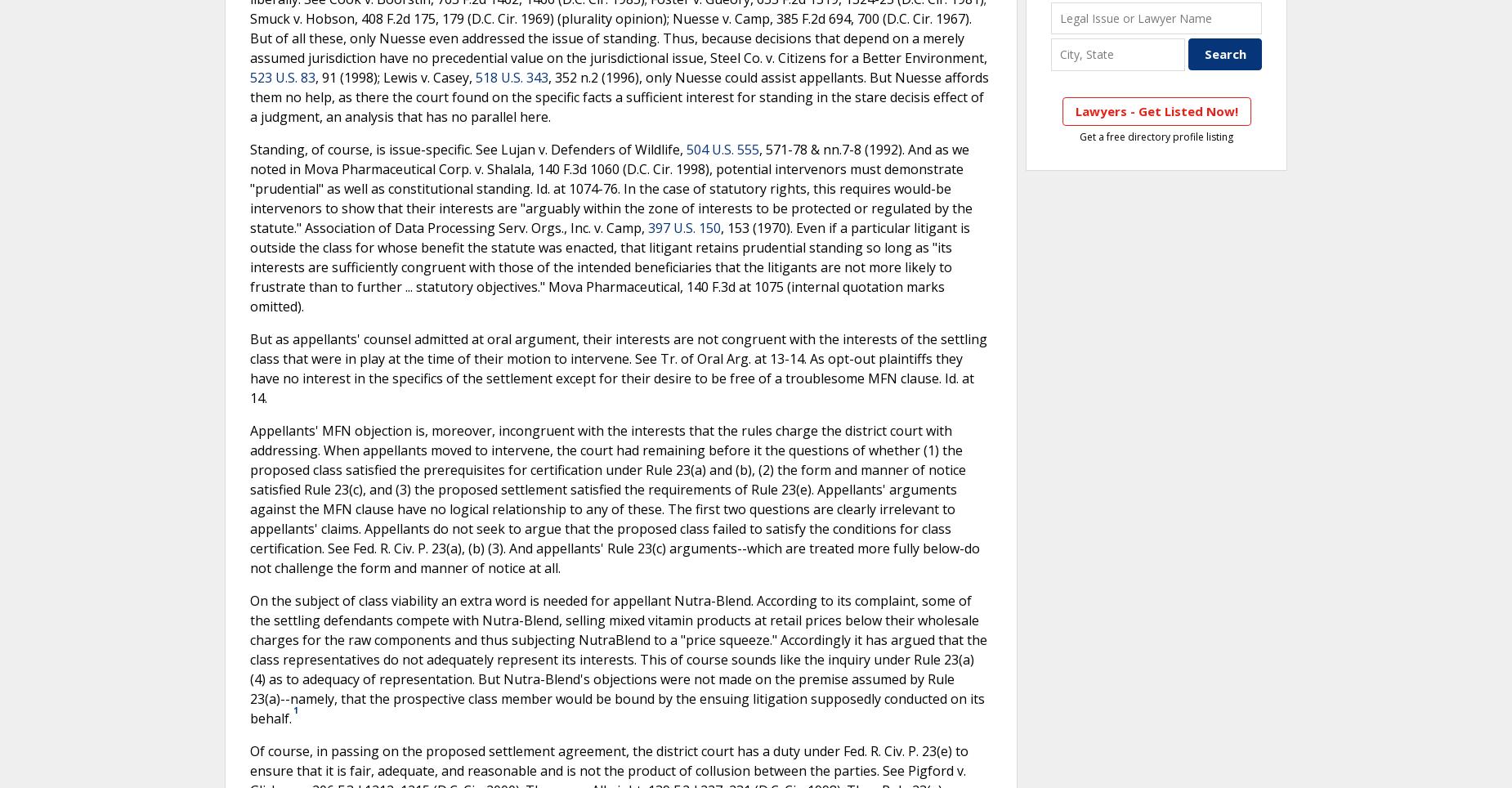 Image resolution: width=1512 pixels, height=788 pixels. Describe the element at coordinates (512, 75) in the screenshot. I see `'518 U.S. 343'` at that location.